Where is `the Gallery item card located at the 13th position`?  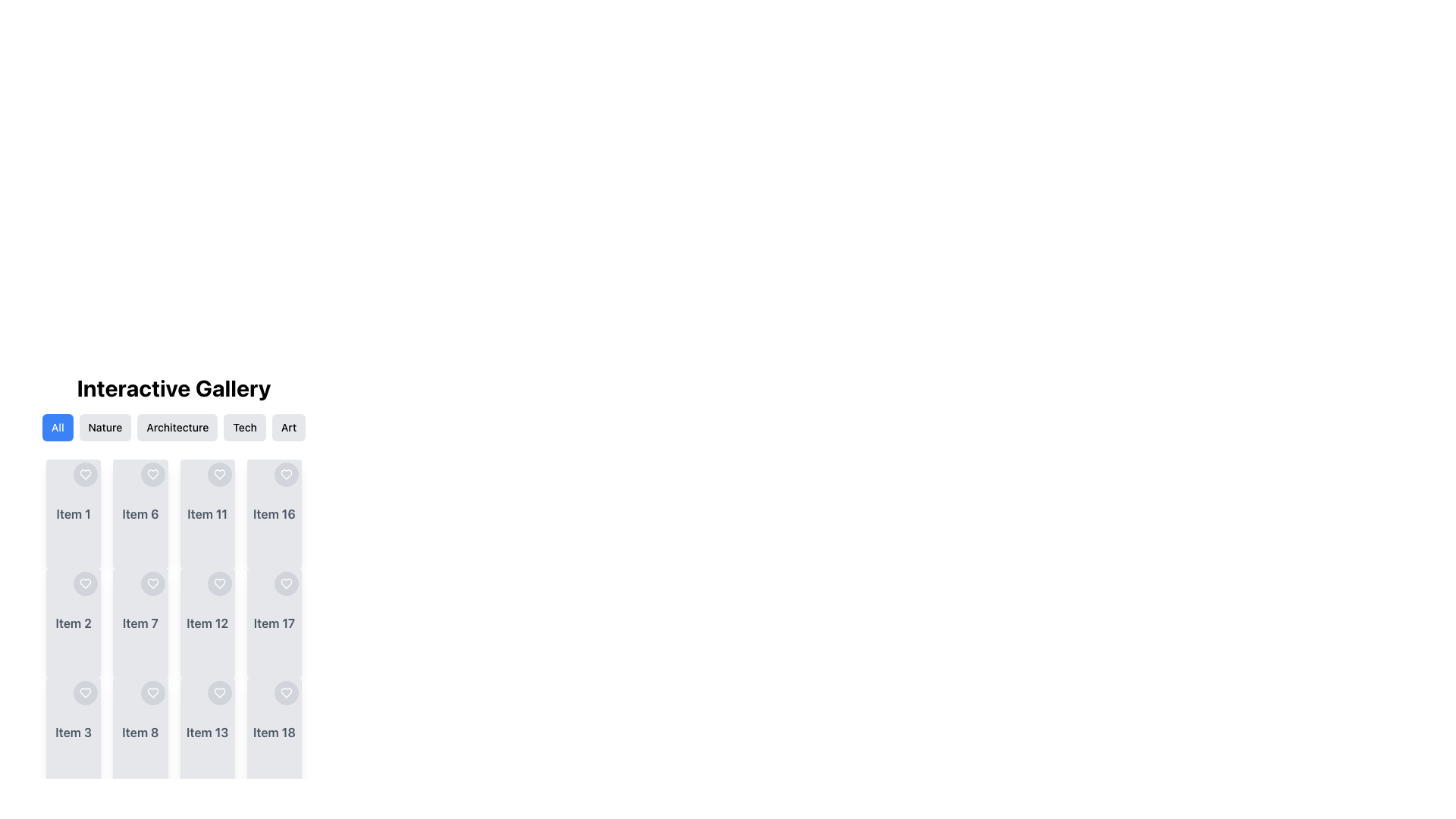
the Gallery item card located at the 13th position is located at coordinates (206, 731).